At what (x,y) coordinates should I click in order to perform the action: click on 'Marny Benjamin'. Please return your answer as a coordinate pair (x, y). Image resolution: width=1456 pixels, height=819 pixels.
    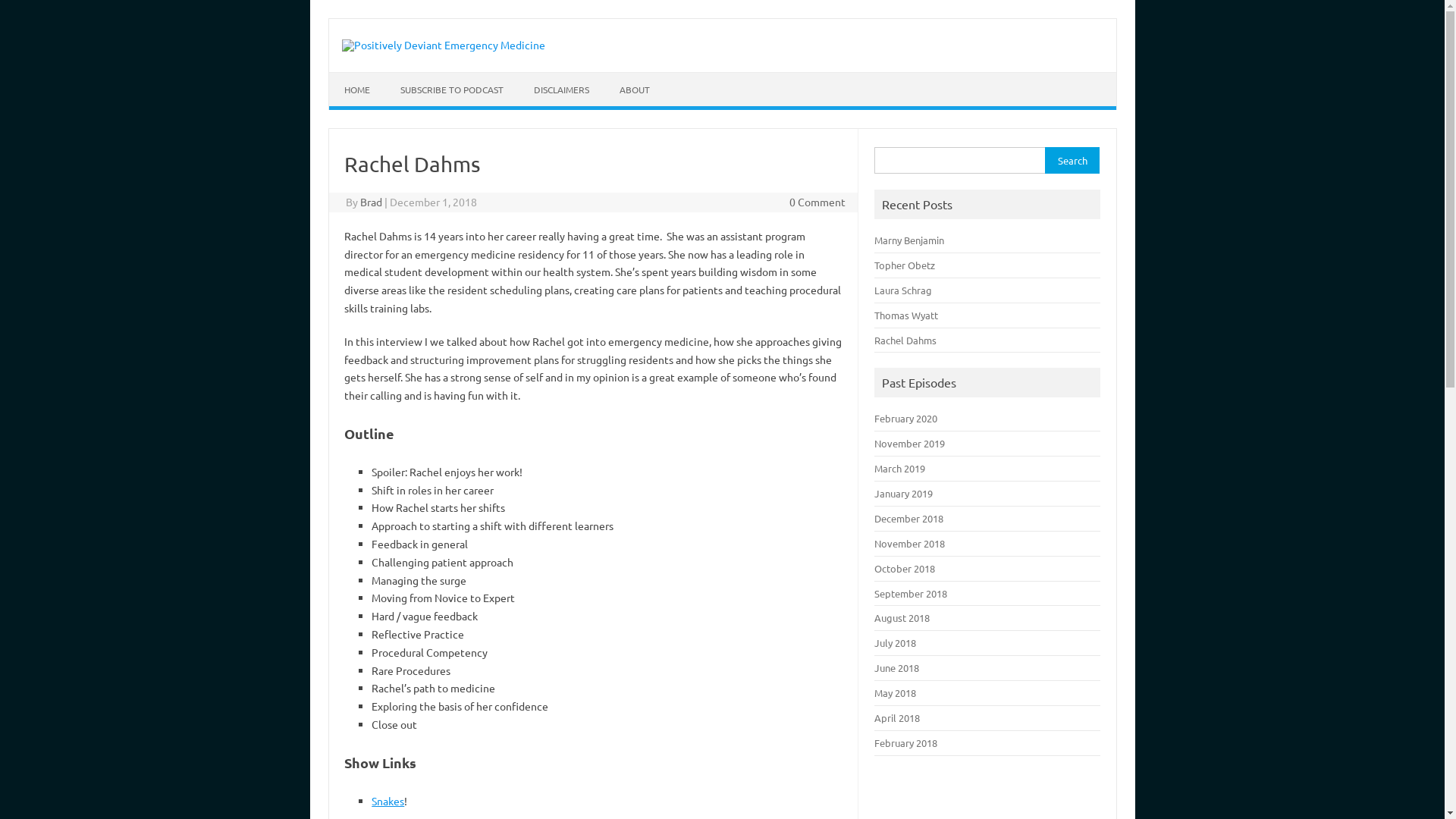
    Looking at the image, I should click on (909, 239).